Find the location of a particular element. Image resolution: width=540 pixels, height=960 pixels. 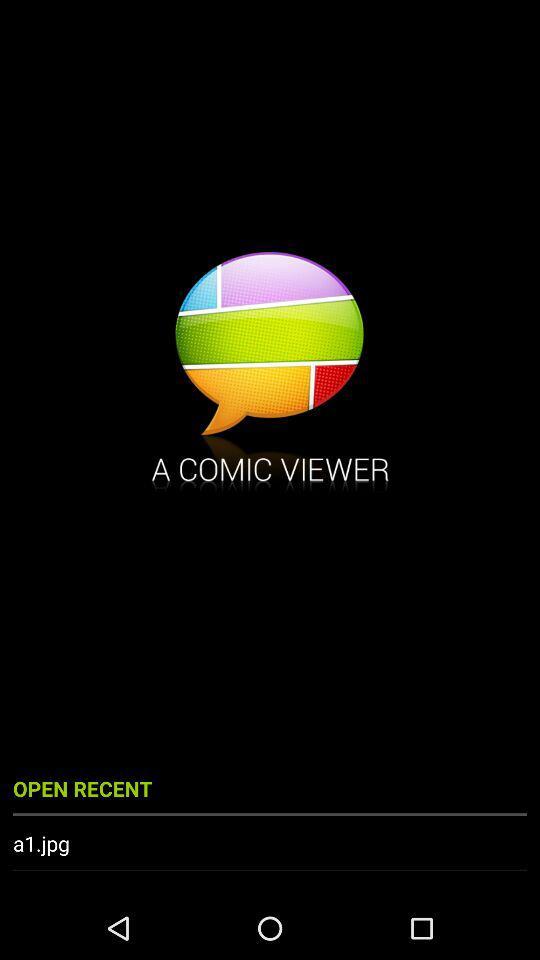

item below the open recent item is located at coordinates (270, 842).